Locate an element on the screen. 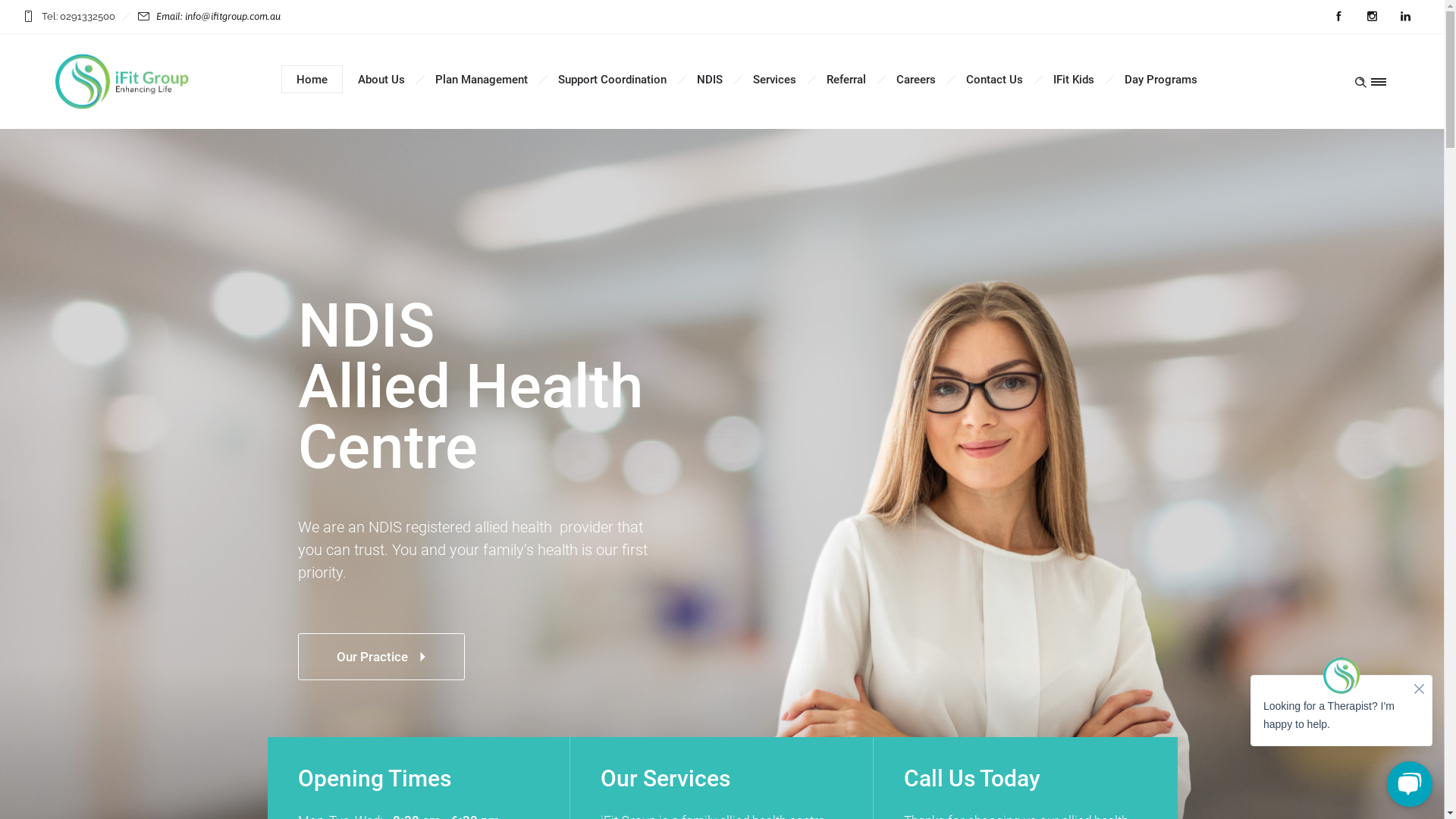 This screenshot has width=1456, height=819. 'Referral' is located at coordinates (811, 79).